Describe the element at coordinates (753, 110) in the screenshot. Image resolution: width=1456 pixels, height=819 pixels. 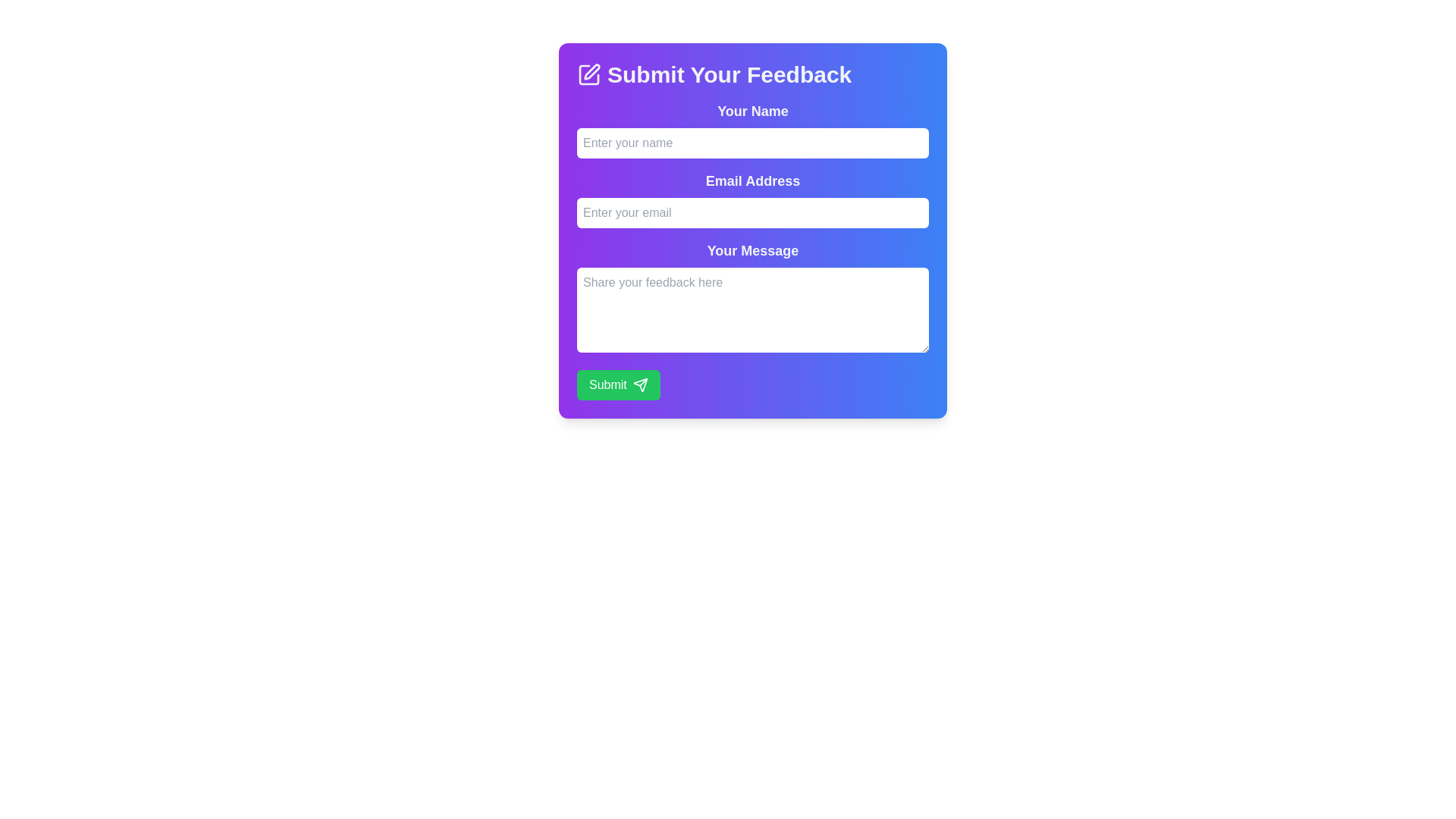
I see `the static text label 'Your Name' which is styled in bold and positioned centrally above the input field` at that location.